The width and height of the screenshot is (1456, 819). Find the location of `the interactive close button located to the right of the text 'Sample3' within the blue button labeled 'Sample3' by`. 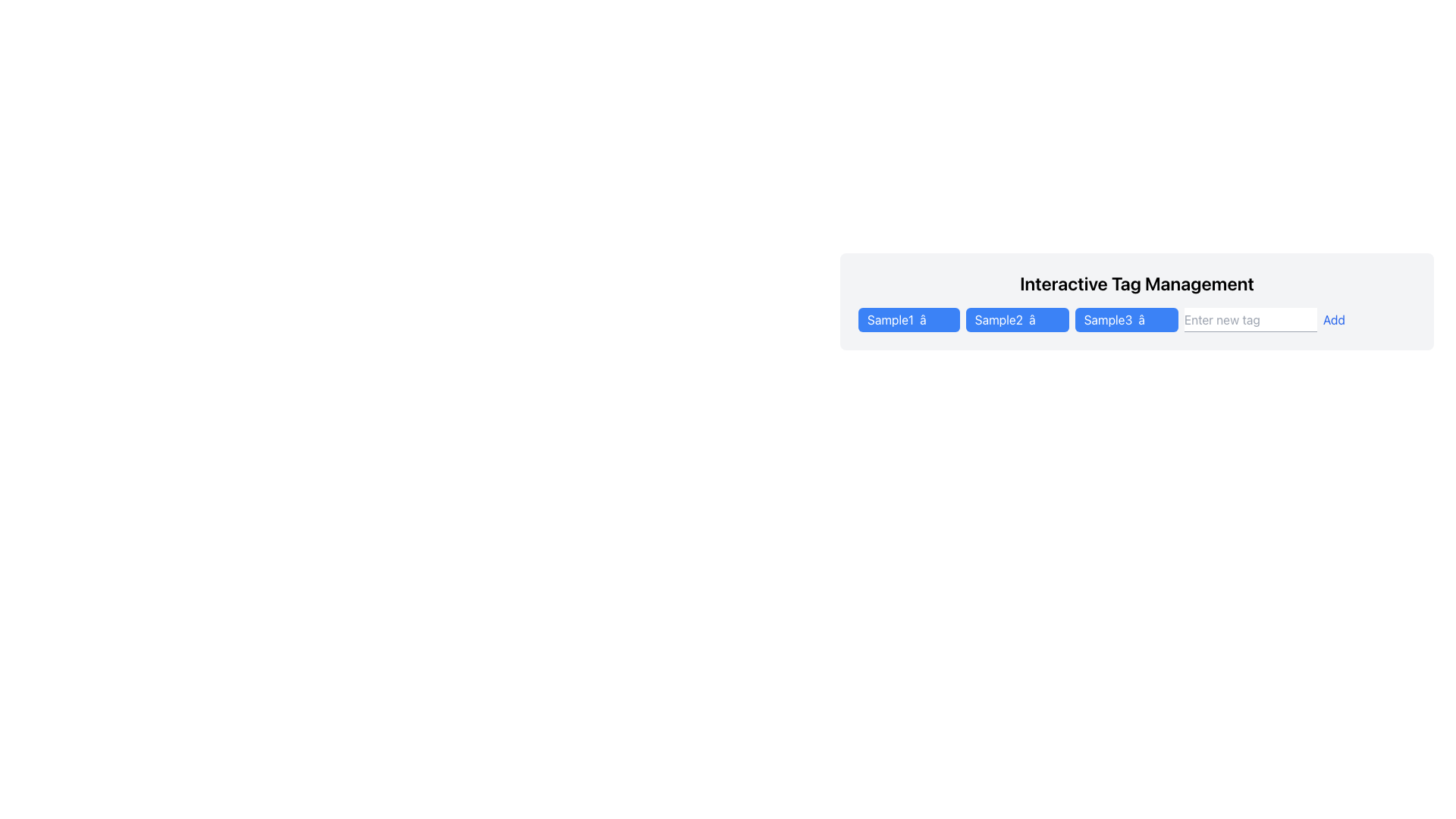

the interactive close button located to the right of the text 'Sample3' within the blue button labeled 'Sample3' by is located at coordinates (1153, 318).